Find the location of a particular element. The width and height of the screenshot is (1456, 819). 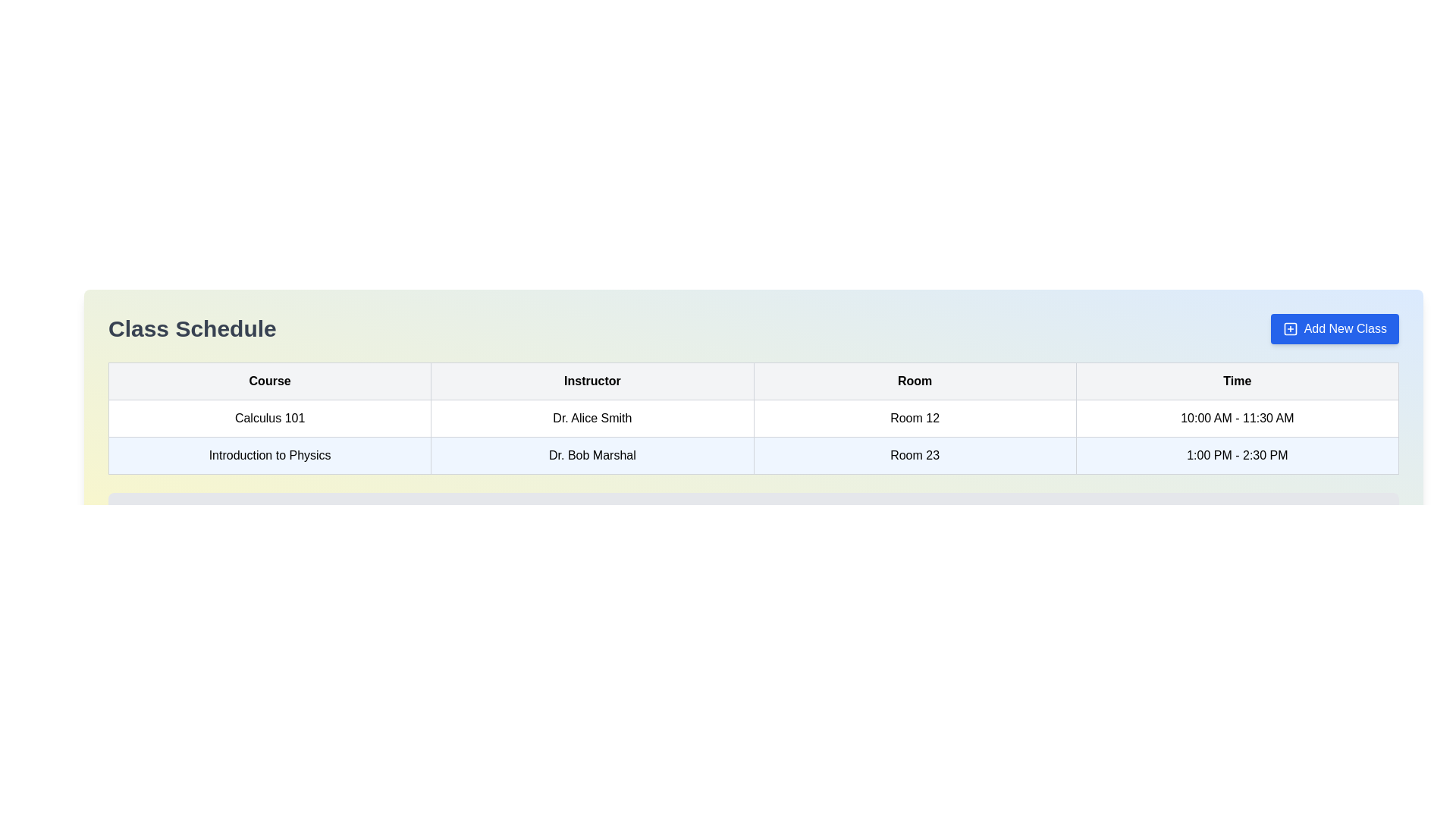

the Text label displaying the room number for the 'Introduction to Physics' class, located in the third column of the corresponding row in the table is located at coordinates (914, 455).